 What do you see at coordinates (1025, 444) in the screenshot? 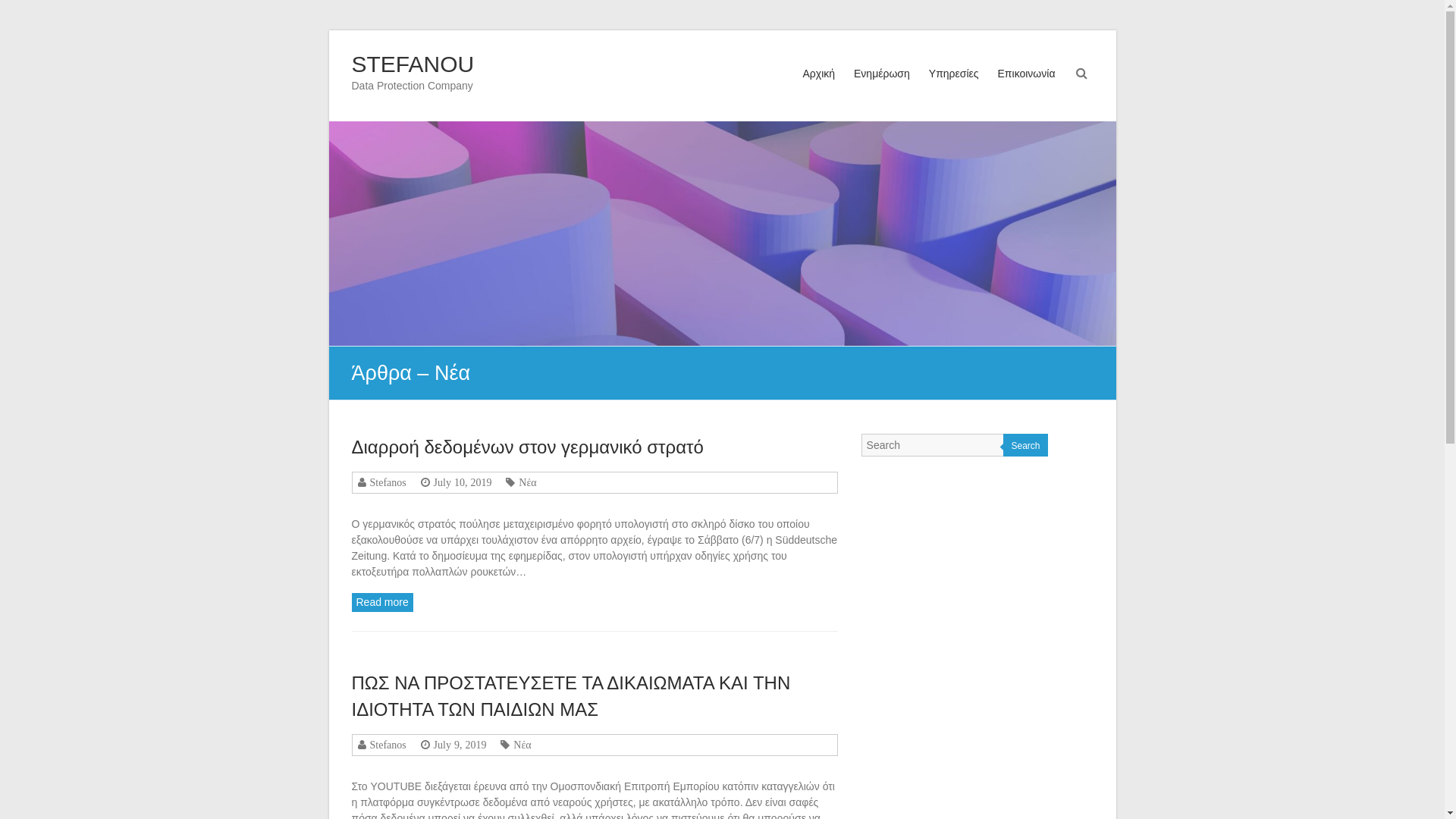
I see `'Search'` at bounding box center [1025, 444].